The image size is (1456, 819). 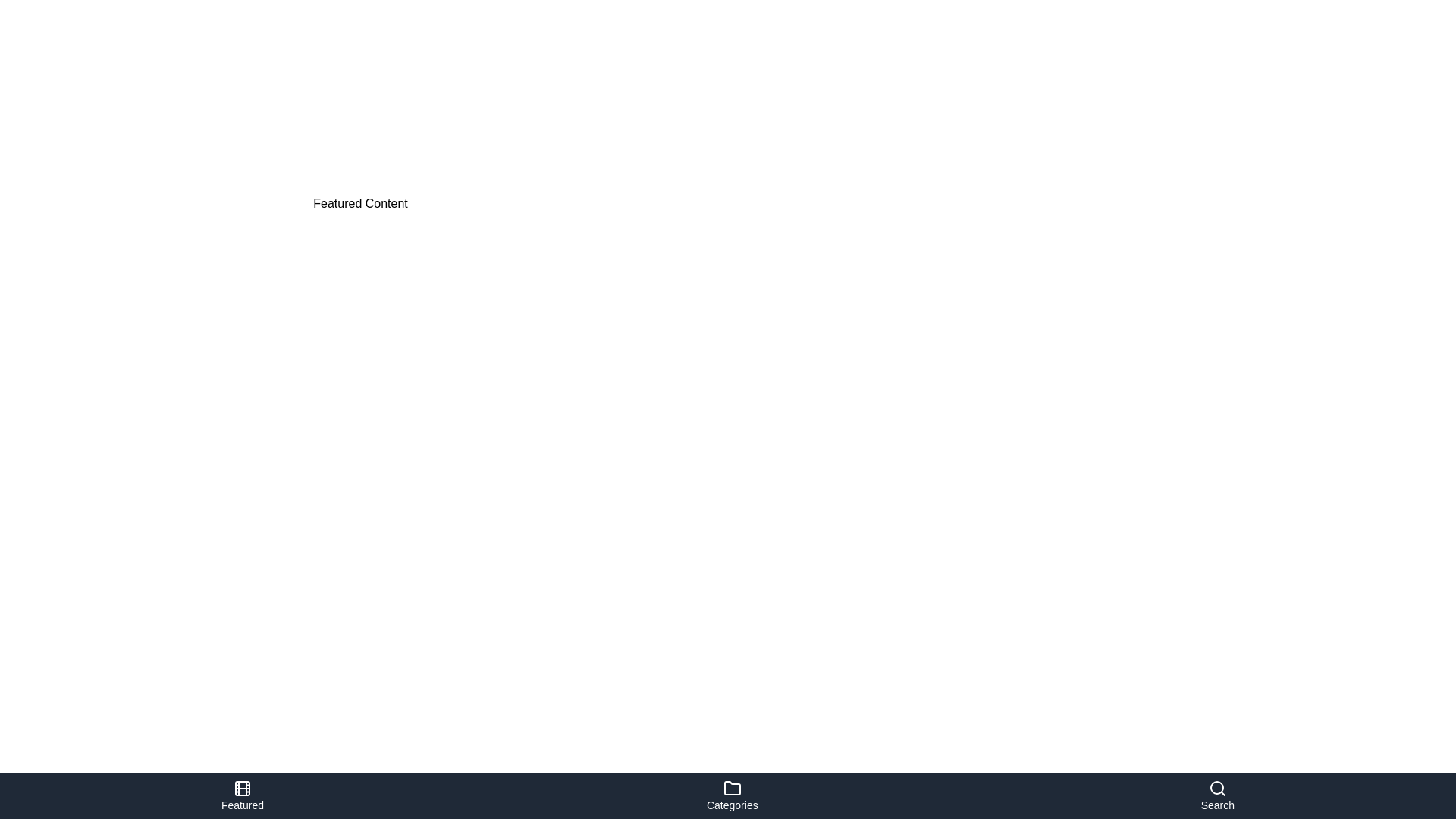 I want to click on the 'Categories' navigation button located at the center of the bottom navigation bar, so click(x=732, y=795).